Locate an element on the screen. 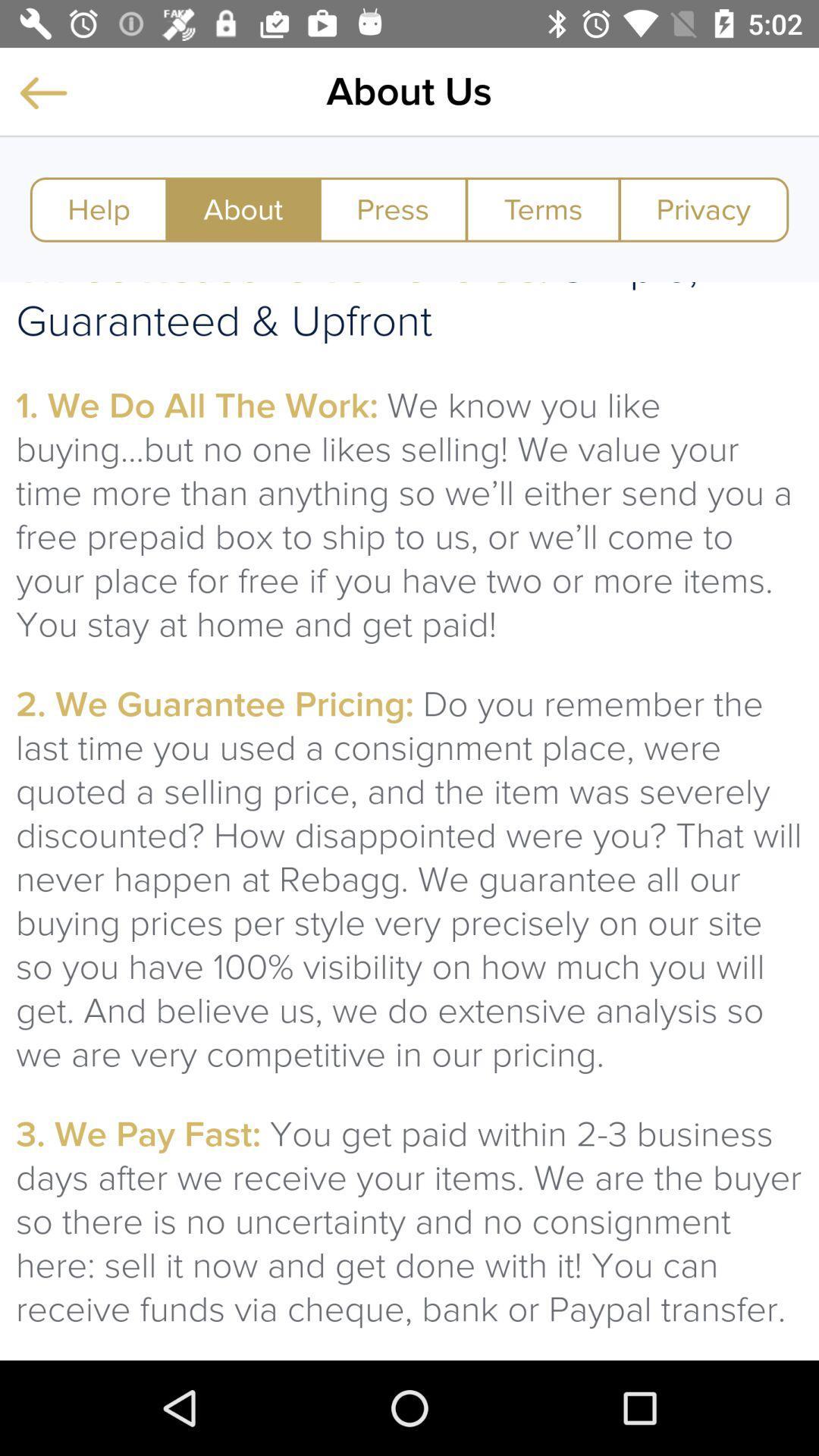  go back is located at coordinates (42, 92).